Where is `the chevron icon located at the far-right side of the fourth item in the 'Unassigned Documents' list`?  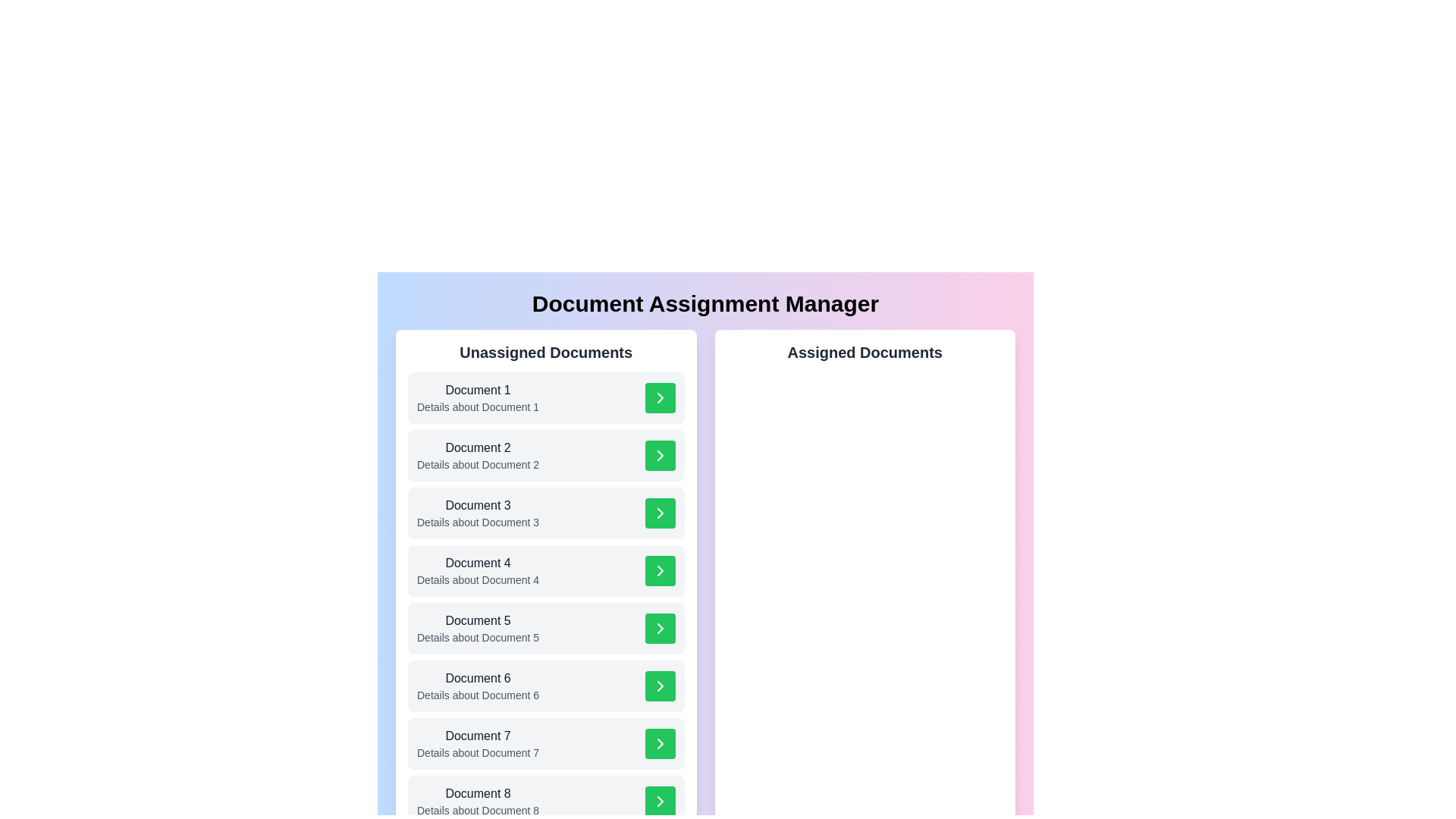 the chevron icon located at the far-right side of the fourth item in the 'Unassigned Documents' list is located at coordinates (660, 570).